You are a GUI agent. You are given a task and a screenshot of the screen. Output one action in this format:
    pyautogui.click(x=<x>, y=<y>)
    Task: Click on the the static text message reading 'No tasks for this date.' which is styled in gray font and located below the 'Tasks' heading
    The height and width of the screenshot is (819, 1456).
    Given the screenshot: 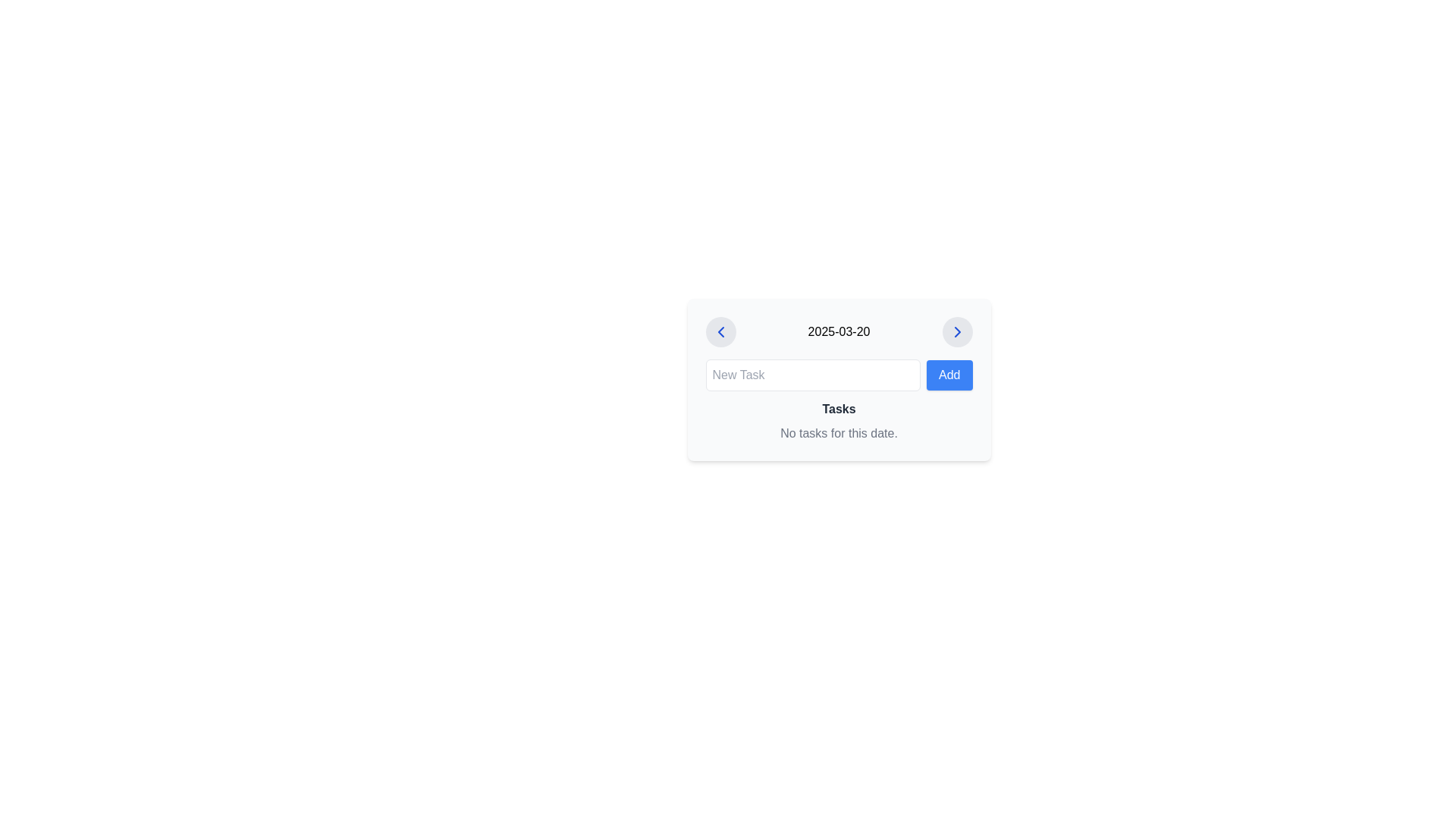 What is the action you would take?
    pyautogui.click(x=838, y=433)
    